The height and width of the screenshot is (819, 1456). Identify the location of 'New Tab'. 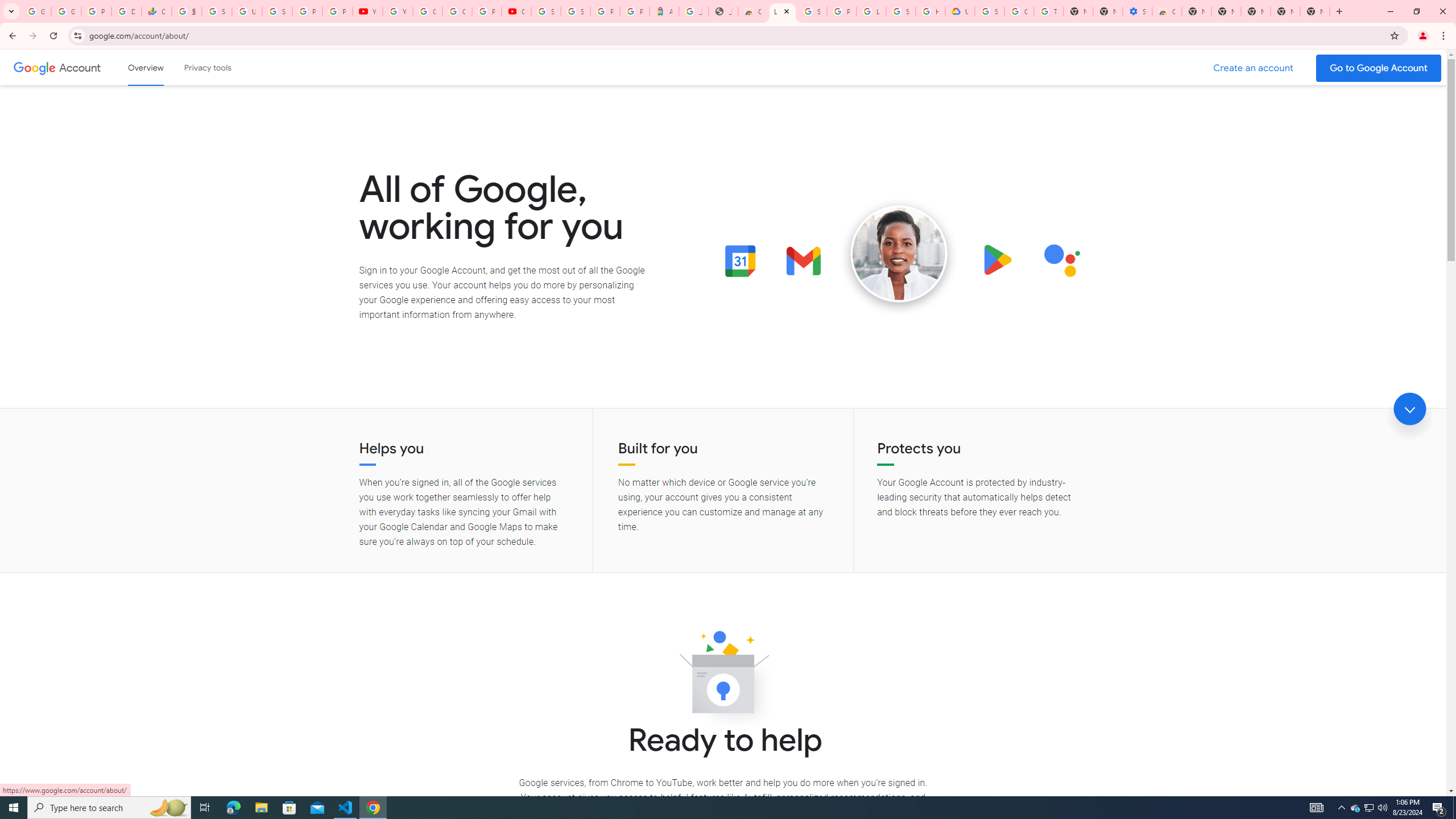
(1338, 11).